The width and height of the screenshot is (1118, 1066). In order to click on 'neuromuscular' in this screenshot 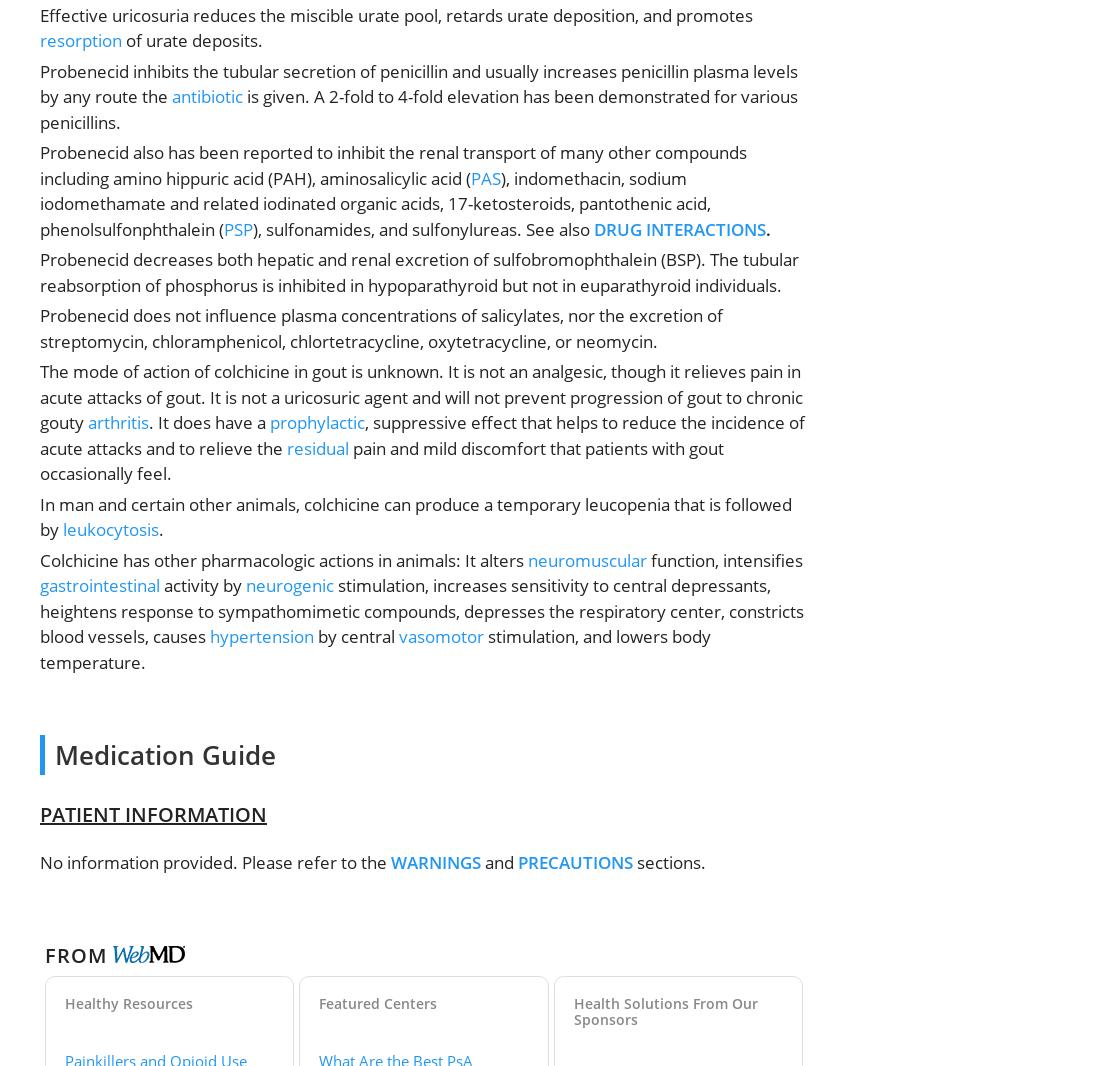, I will do `click(587, 558)`.